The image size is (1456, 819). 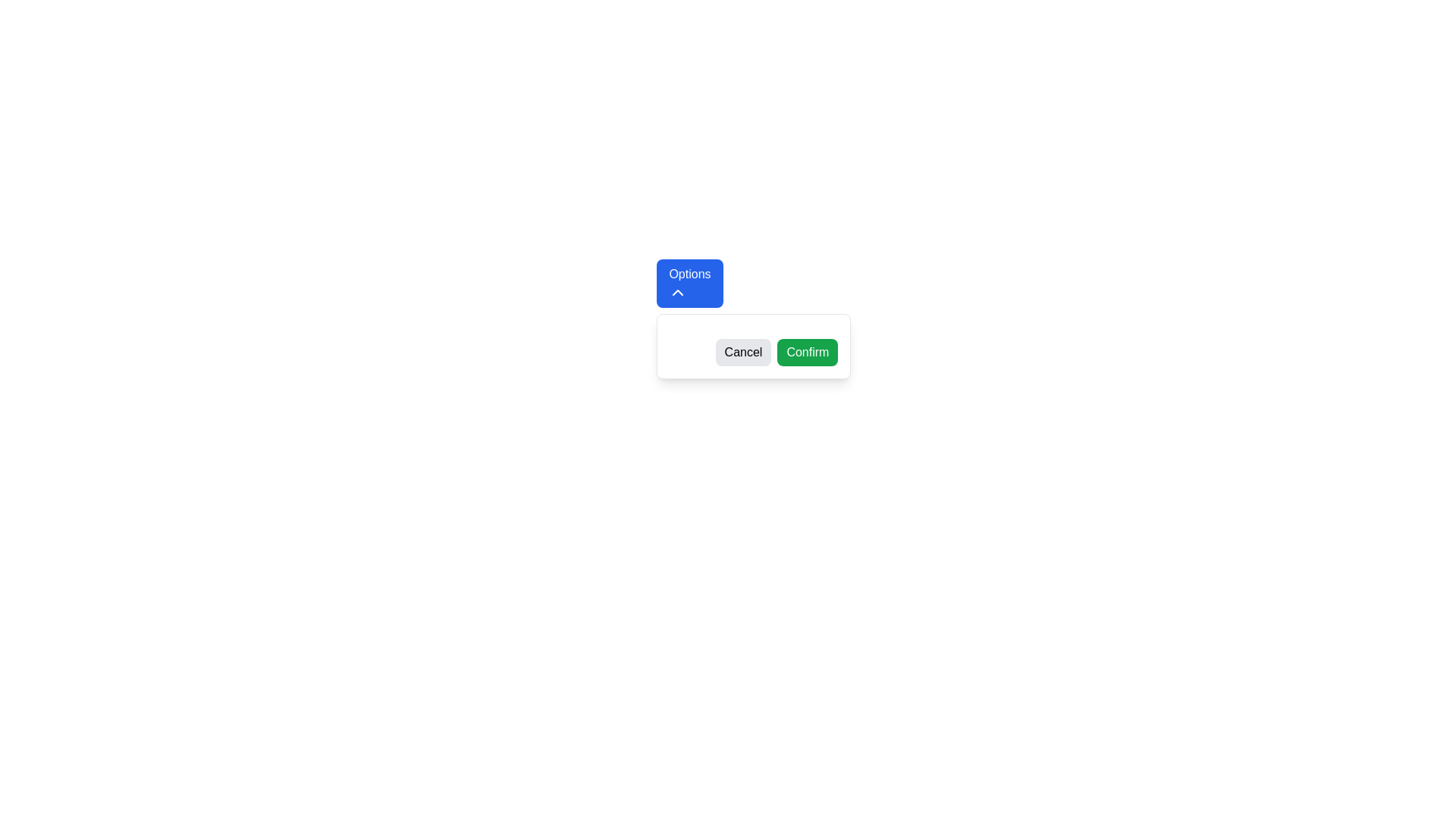 What do you see at coordinates (677, 292) in the screenshot?
I see `the chevron icon located at the bottom center of the 'Options' button, which has a blue background and white text` at bounding box center [677, 292].